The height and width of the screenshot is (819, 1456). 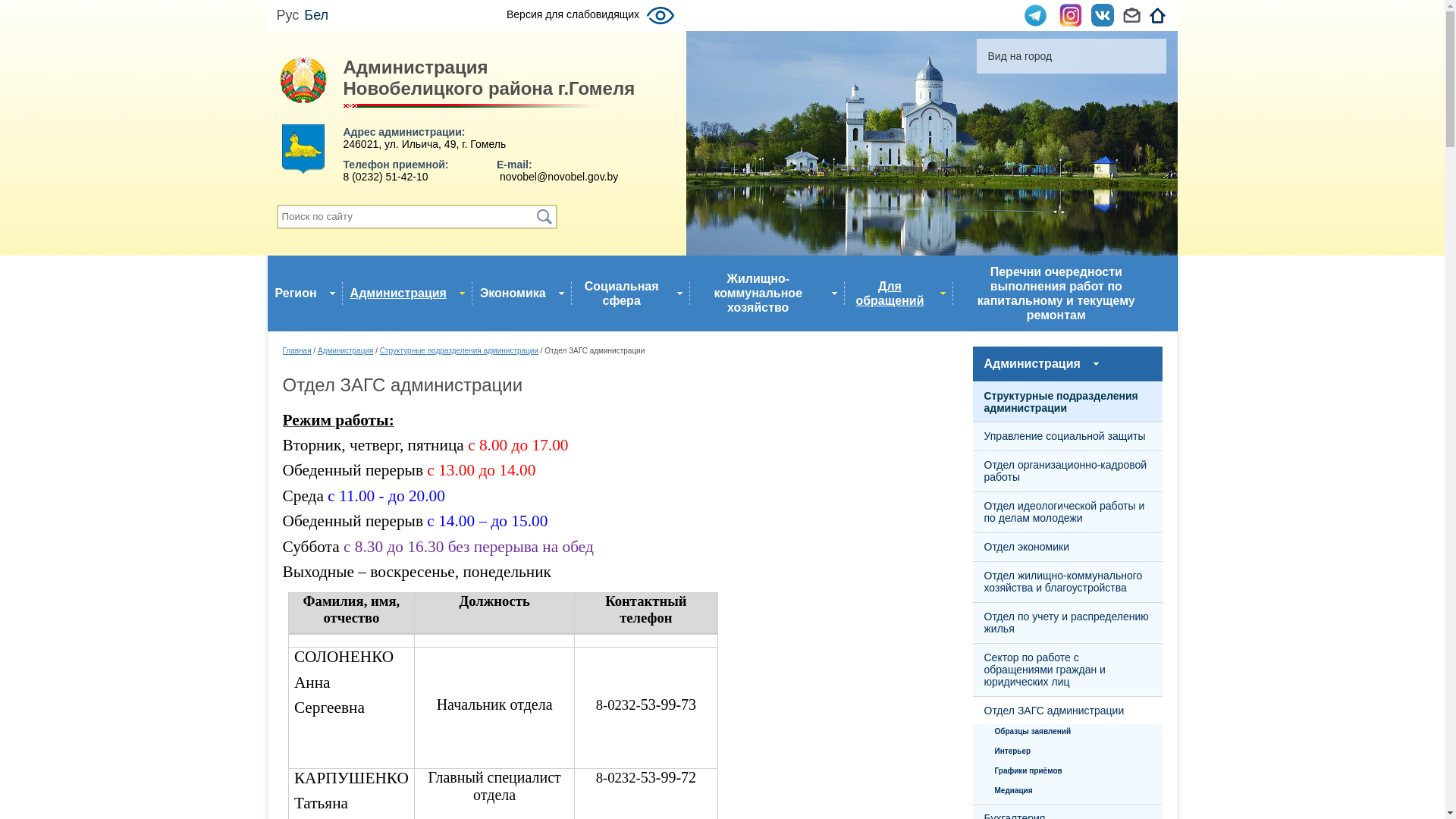 What do you see at coordinates (1068, 14) in the screenshot?
I see `'Instagram'` at bounding box center [1068, 14].